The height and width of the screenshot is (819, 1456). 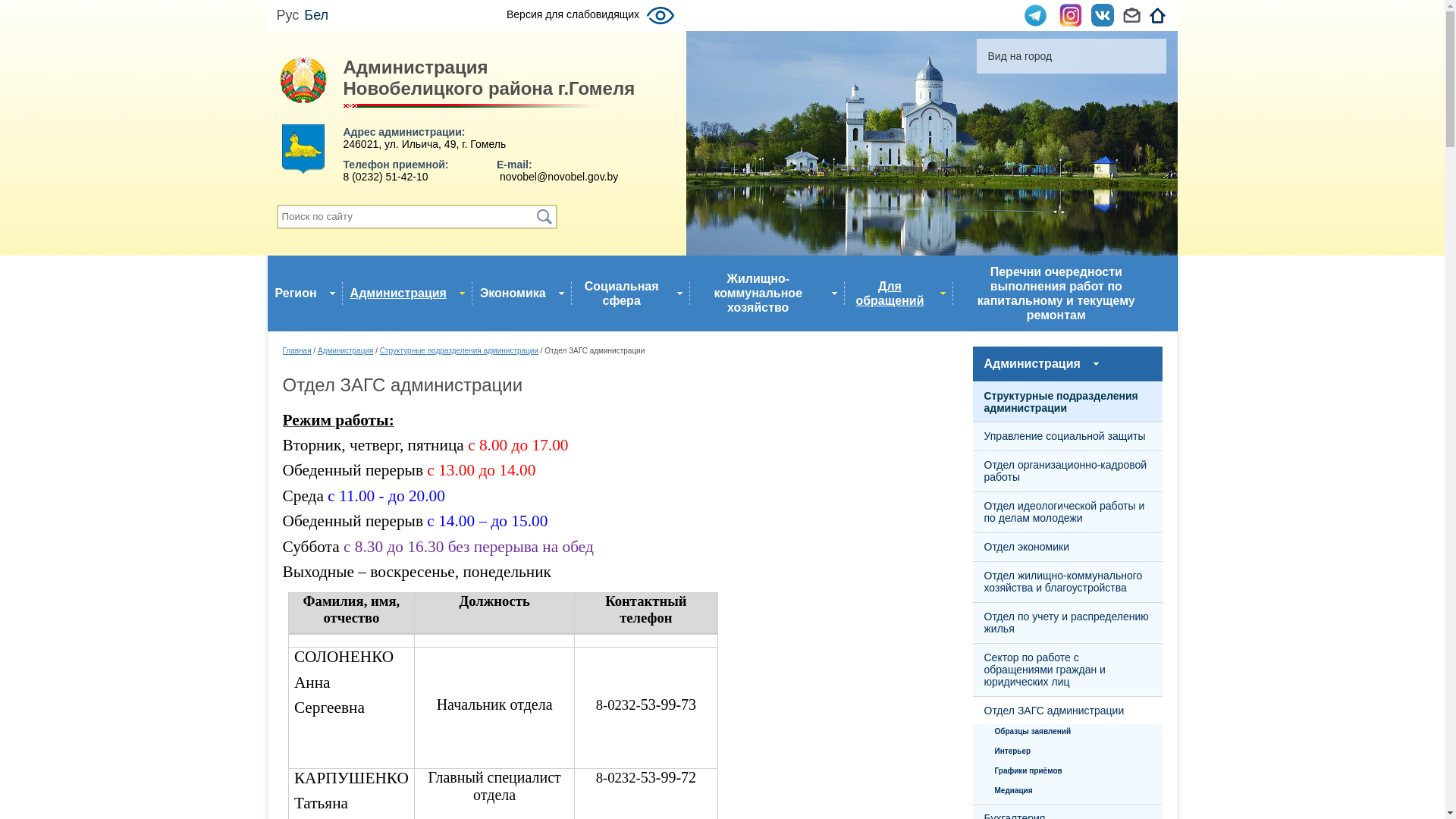 What do you see at coordinates (1068, 14) in the screenshot?
I see `'Instagram'` at bounding box center [1068, 14].